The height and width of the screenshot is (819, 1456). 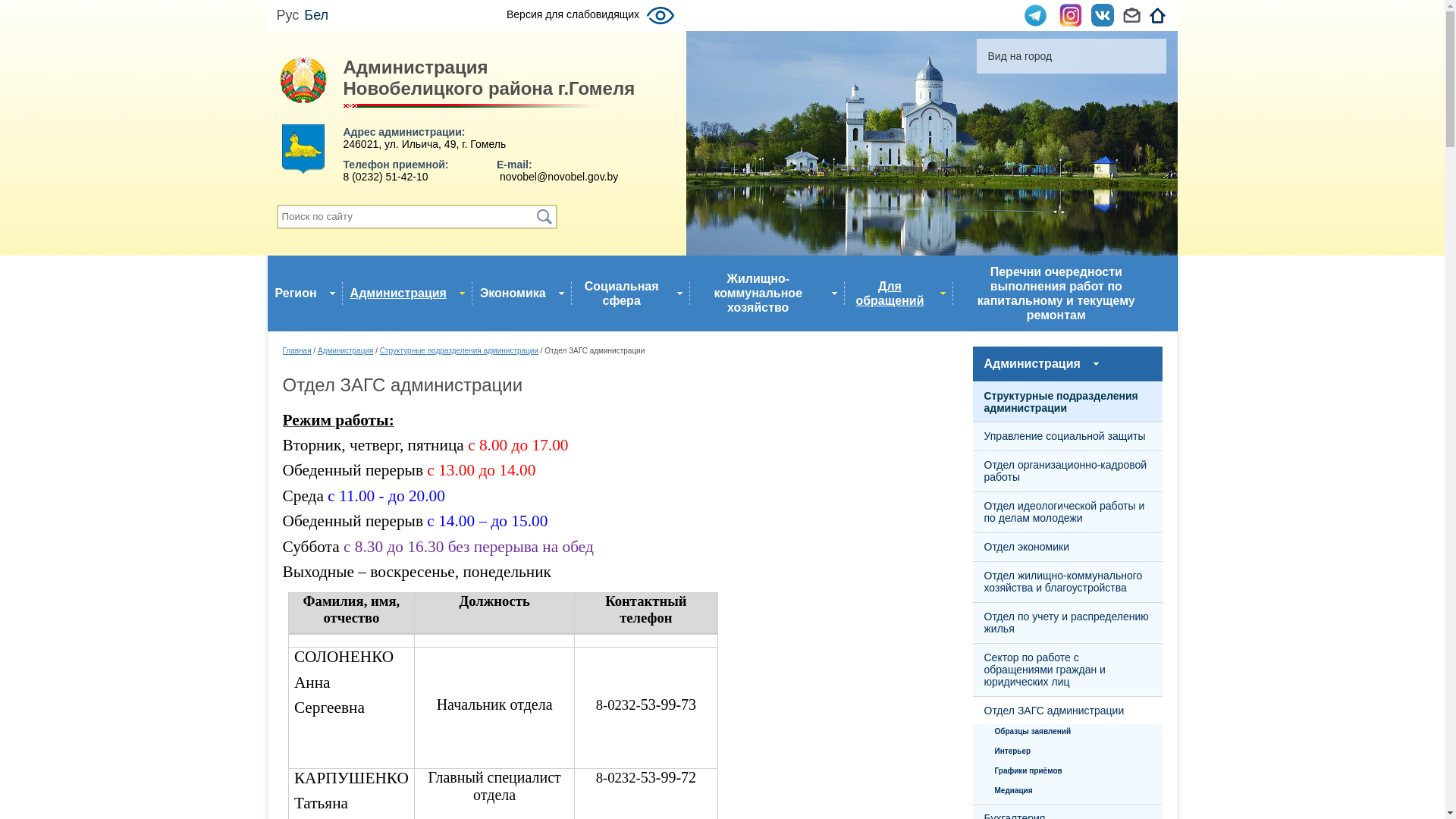 What do you see at coordinates (1068, 14) in the screenshot?
I see `'Instagram'` at bounding box center [1068, 14].